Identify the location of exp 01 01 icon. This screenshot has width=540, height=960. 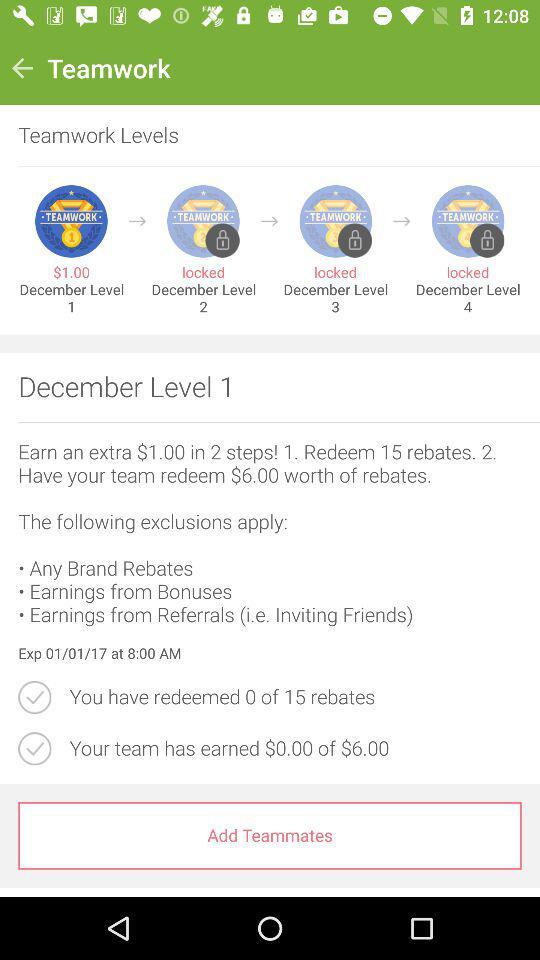
(270, 653).